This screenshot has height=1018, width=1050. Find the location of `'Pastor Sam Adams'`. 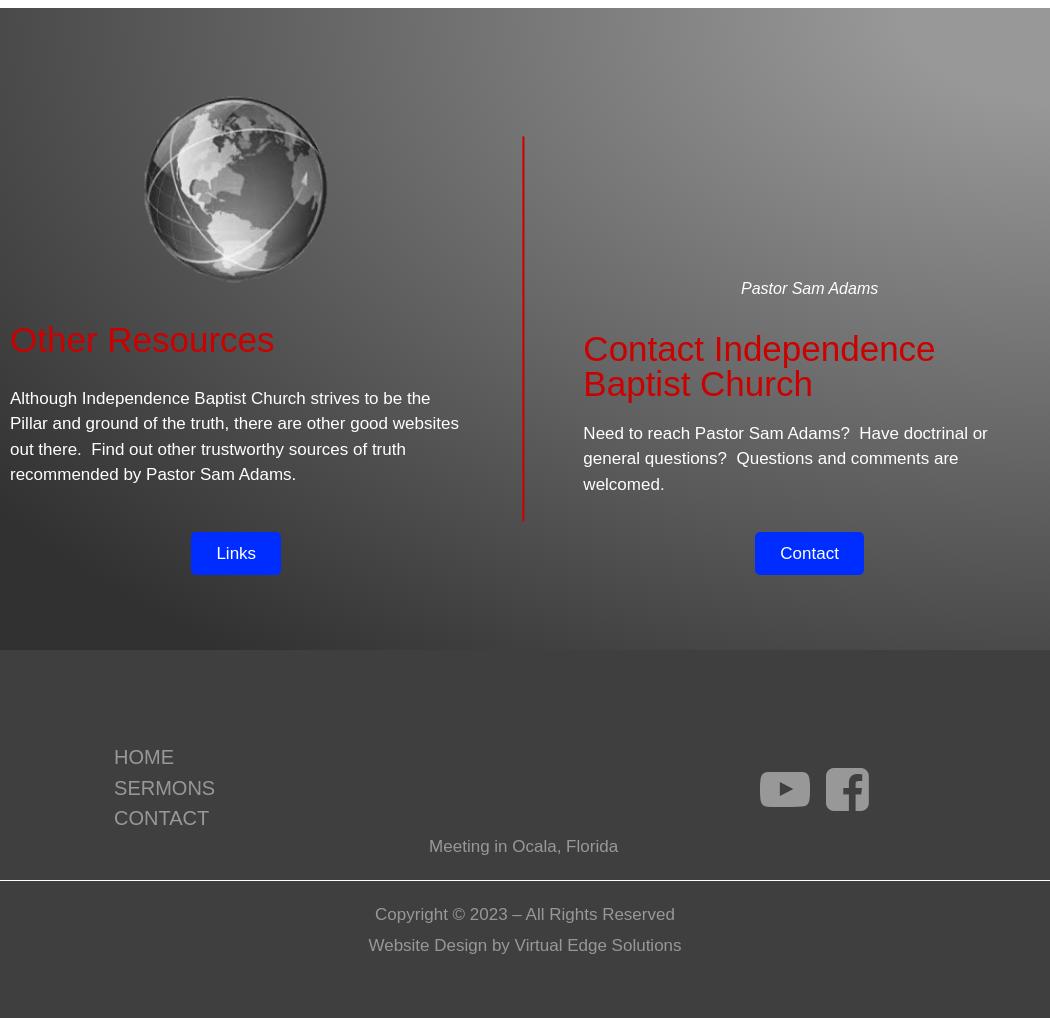

'Pastor Sam Adams' is located at coordinates (739, 288).